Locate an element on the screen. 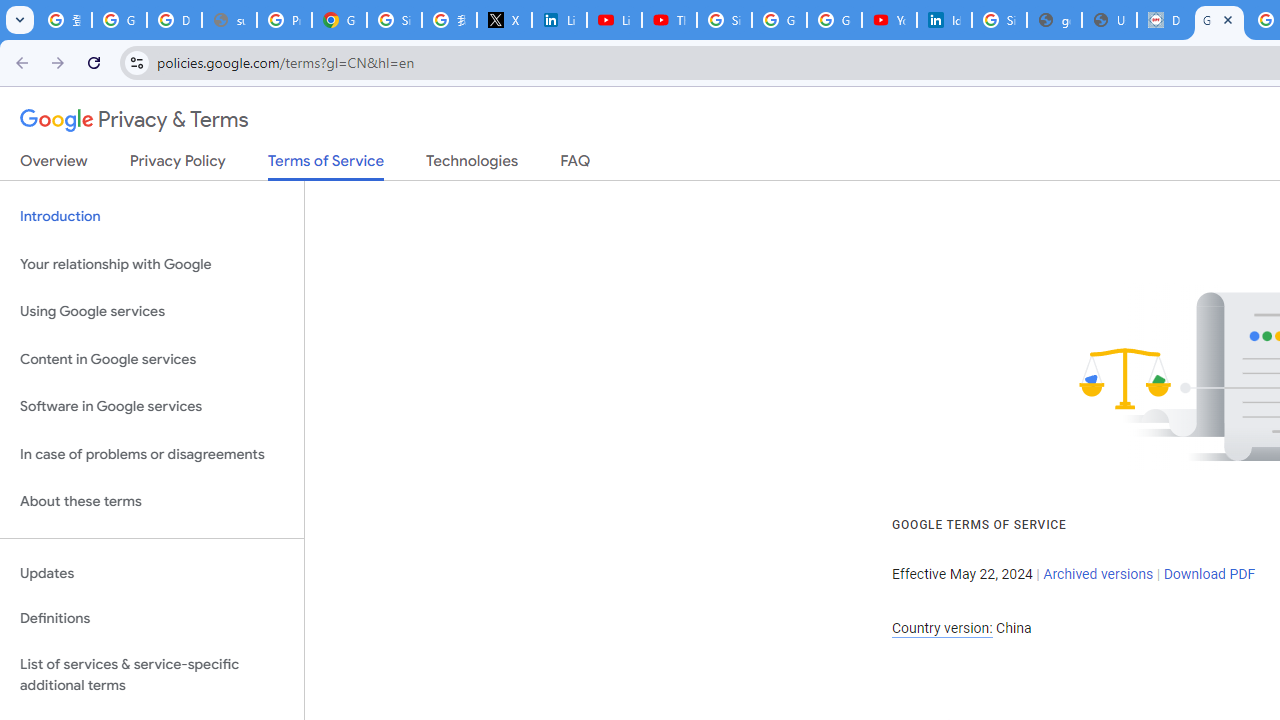  'LinkedIn - YouTube' is located at coordinates (614, 20).